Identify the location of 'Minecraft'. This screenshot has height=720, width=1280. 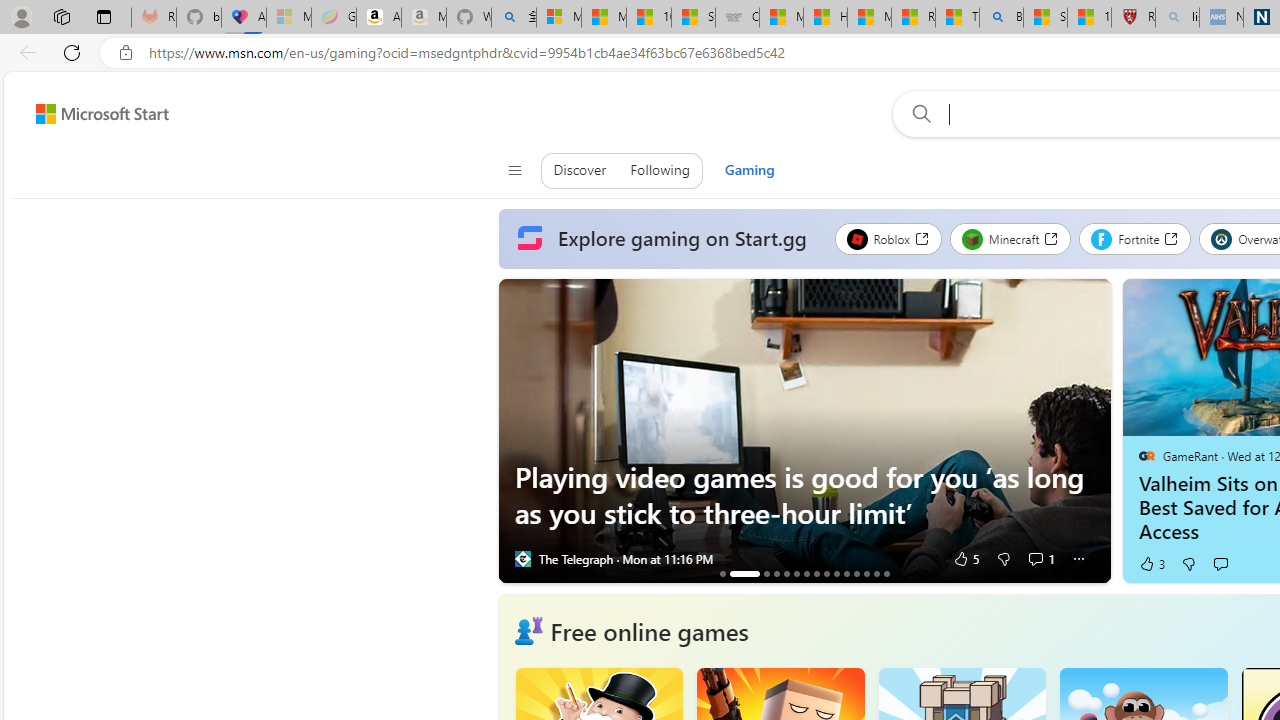
(1010, 238).